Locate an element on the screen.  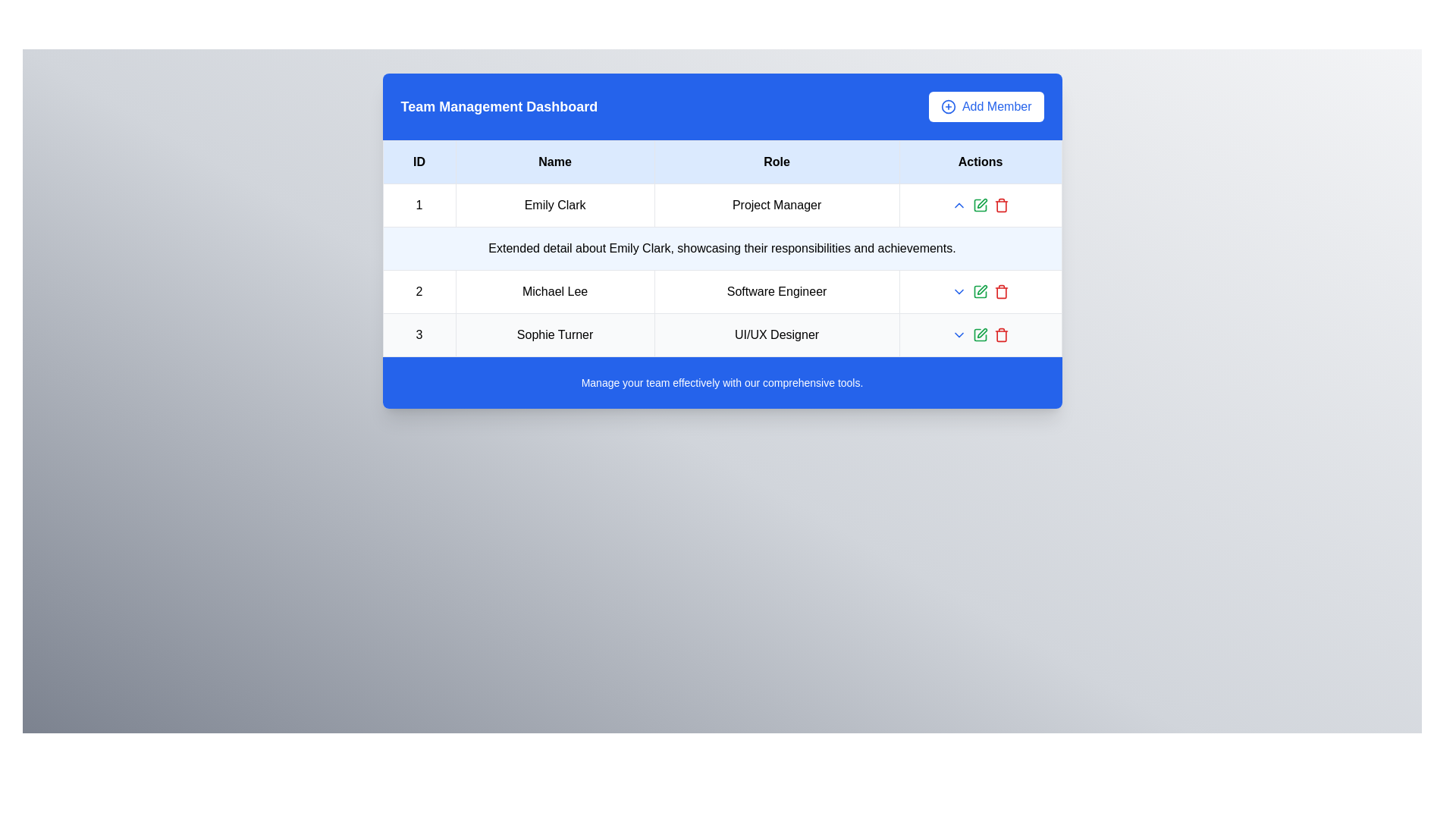
the second row of the table displaying the number '2', the name 'Michael Lee', and the role 'Software Engineer' is located at coordinates (721, 292).